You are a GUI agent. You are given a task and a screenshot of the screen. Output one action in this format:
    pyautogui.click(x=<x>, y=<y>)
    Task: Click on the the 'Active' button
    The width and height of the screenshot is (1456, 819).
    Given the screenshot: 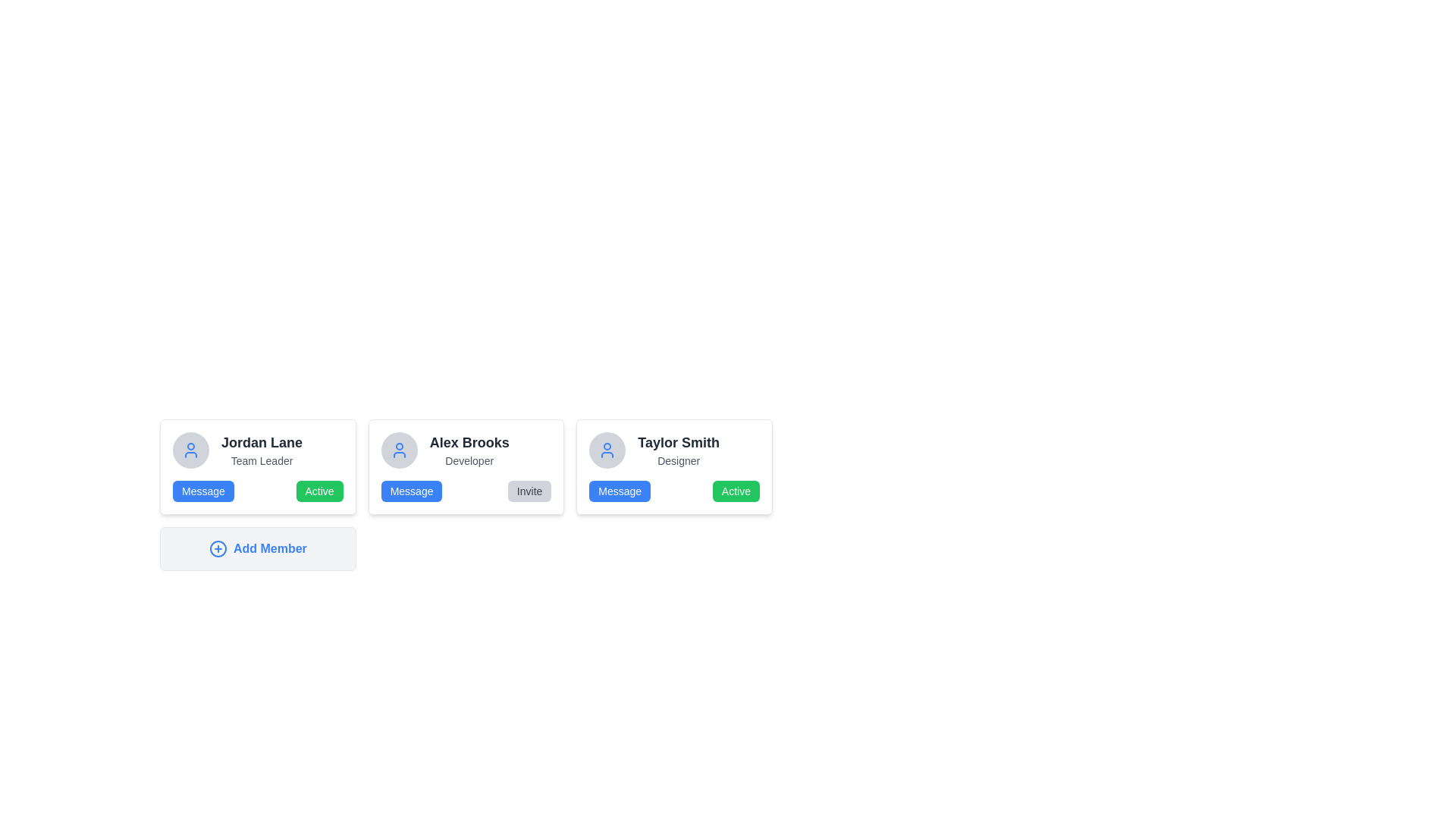 What is the action you would take?
    pyautogui.click(x=673, y=450)
    